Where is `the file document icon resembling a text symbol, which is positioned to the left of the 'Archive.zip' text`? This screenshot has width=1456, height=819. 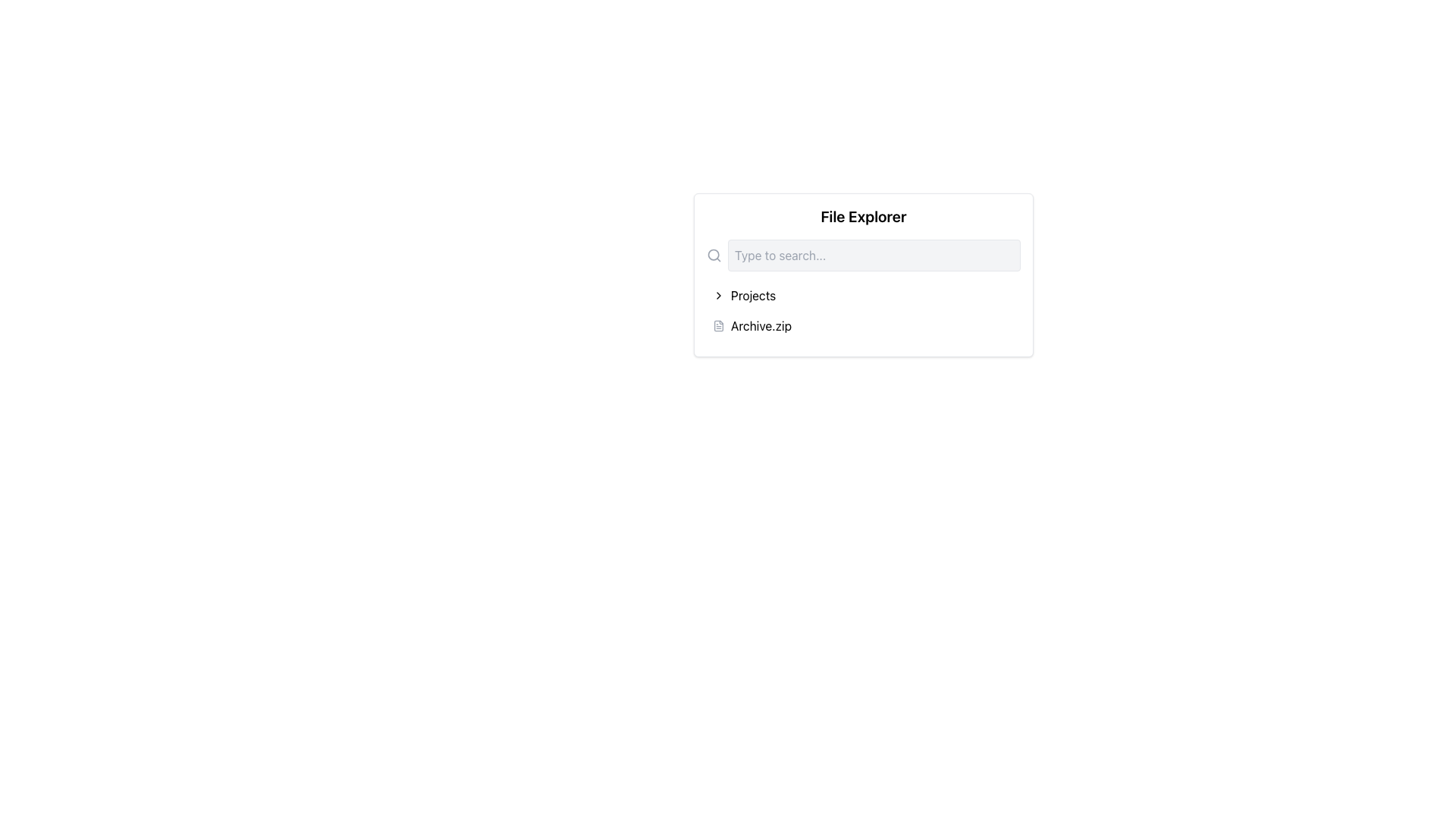
the file document icon resembling a text symbol, which is positioned to the left of the 'Archive.zip' text is located at coordinates (718, 325).